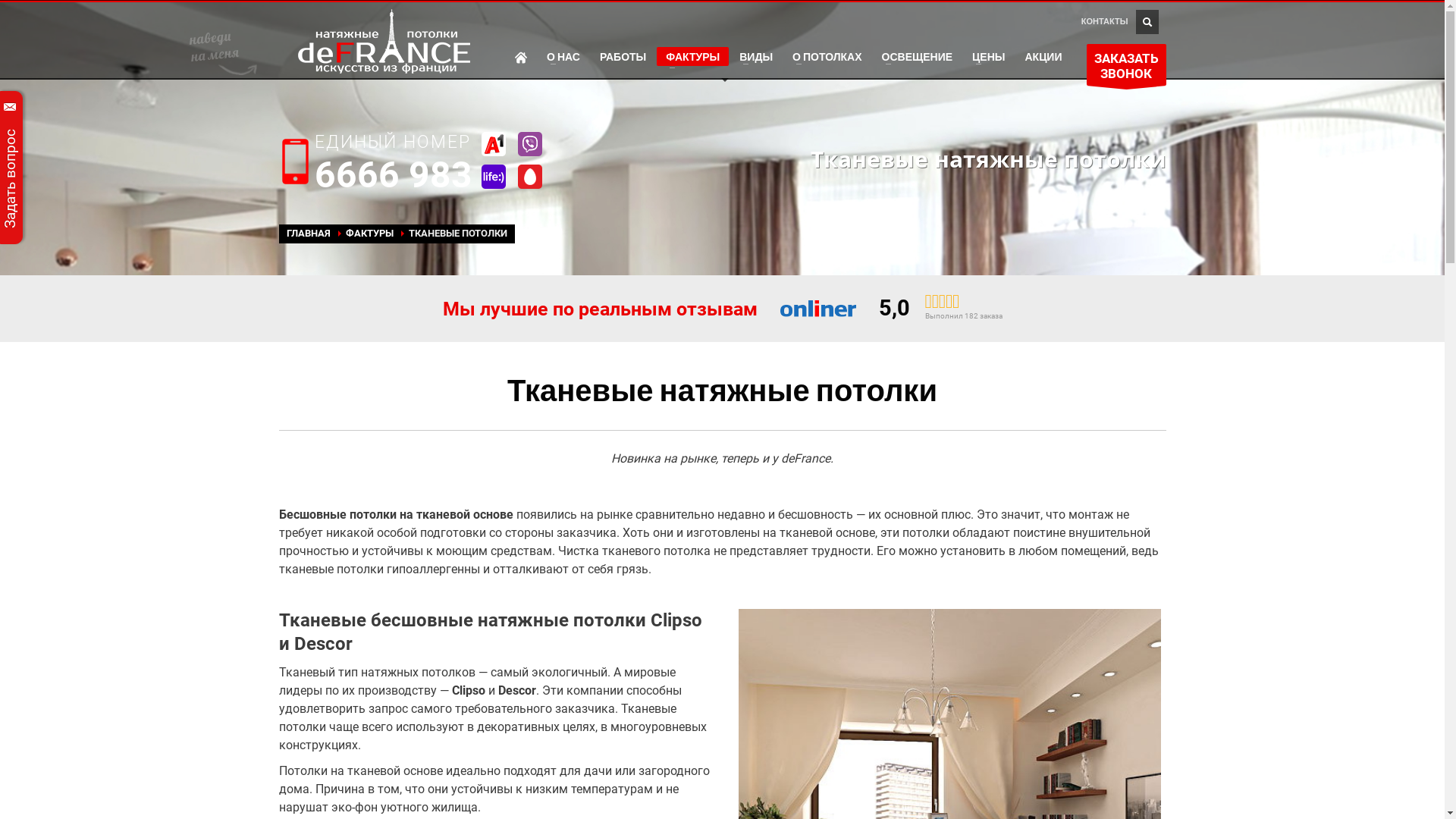 The image size is (1456, 819). What do you see at coordinates (492, 175) in the screenshot?
I see `'Life'` at bounding box center [492, 175].